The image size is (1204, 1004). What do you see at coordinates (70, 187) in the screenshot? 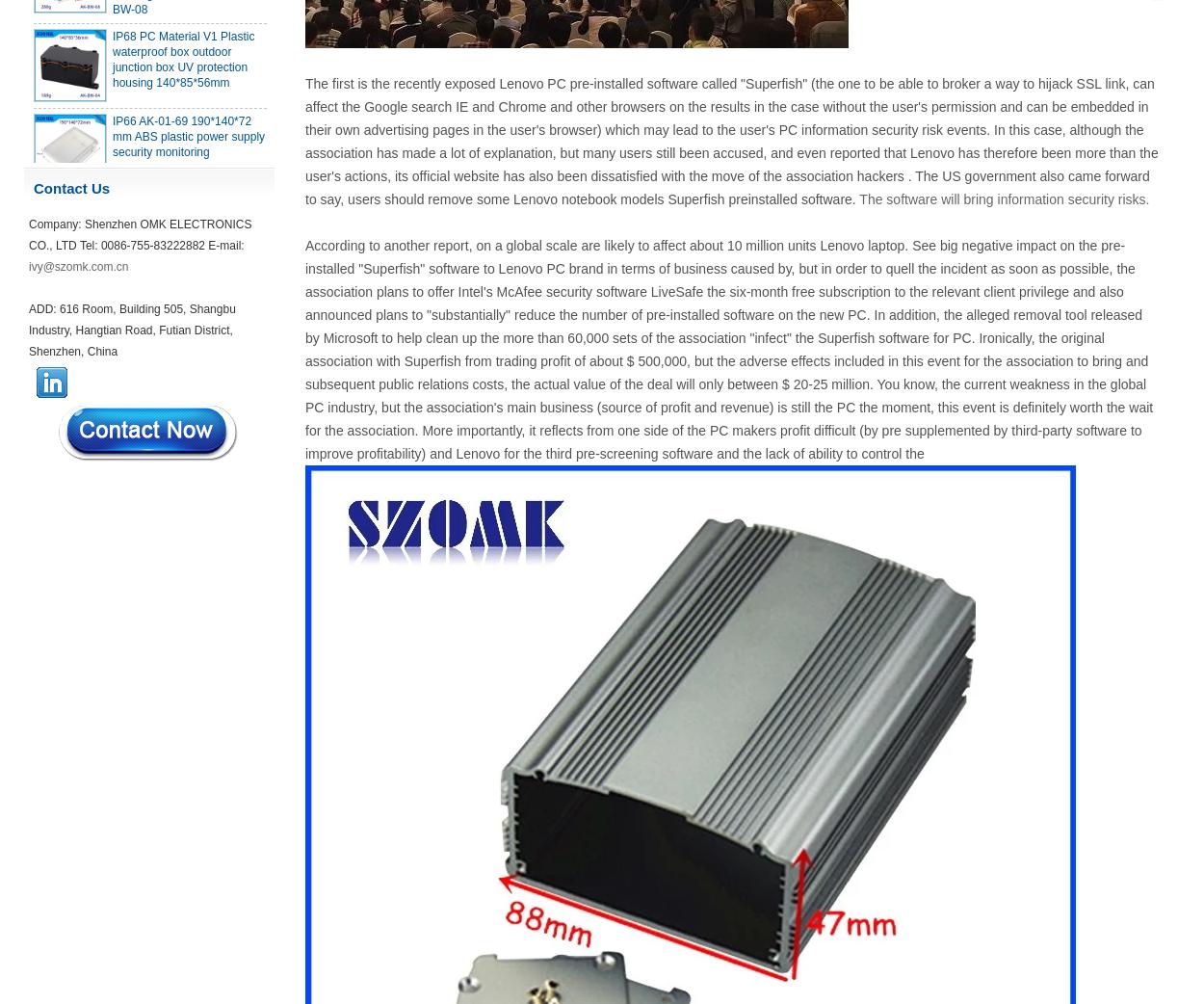
I see `'Contact Us'` at bounding box center [70, 187].